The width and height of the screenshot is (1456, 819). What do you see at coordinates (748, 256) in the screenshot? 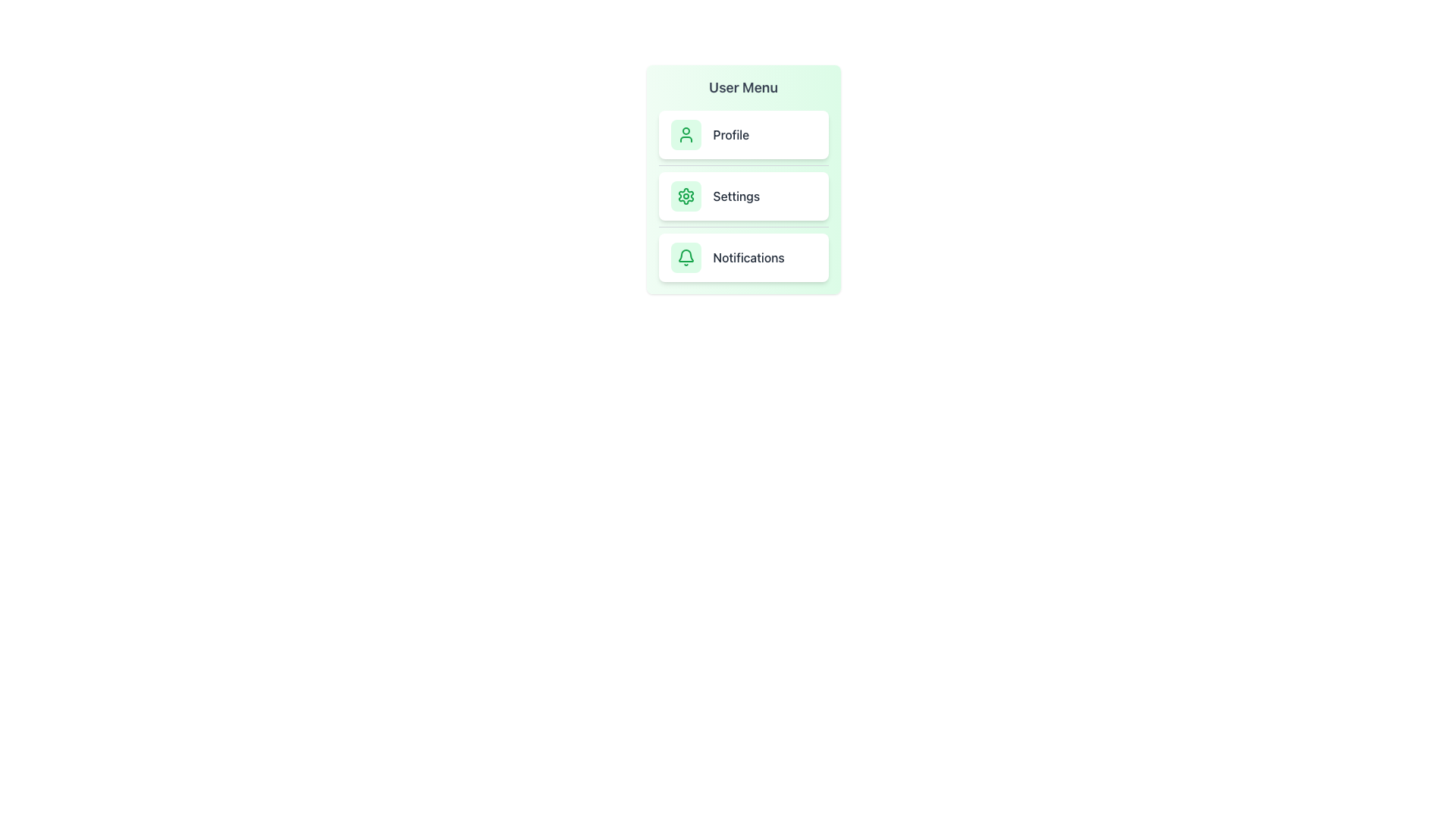
I see `the 'Notifications' text label which serves as a label for the corresponding menu option, positioned at the bottom of a vertical list in the user menu` at bounding box center [748, 256].